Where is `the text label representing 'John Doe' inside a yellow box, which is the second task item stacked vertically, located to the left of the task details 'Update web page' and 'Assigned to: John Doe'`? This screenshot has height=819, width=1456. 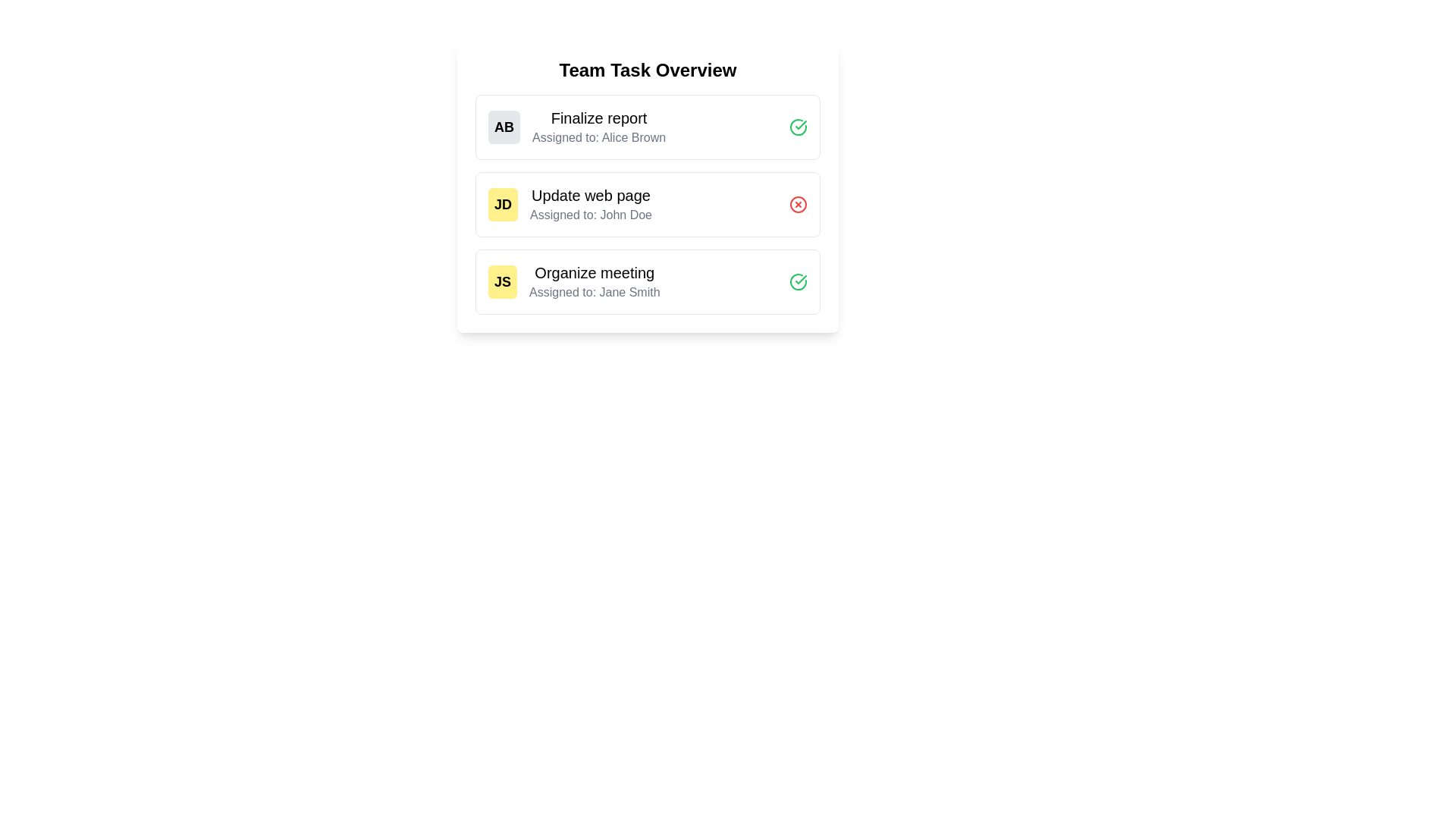 the text label representing 'John Doe' inside a yellow box, which is the second task item stacked vertically, located to the left of the task details 'Update web page' and 'Assigned to: John Doe' is located at coordinates (503, 205).